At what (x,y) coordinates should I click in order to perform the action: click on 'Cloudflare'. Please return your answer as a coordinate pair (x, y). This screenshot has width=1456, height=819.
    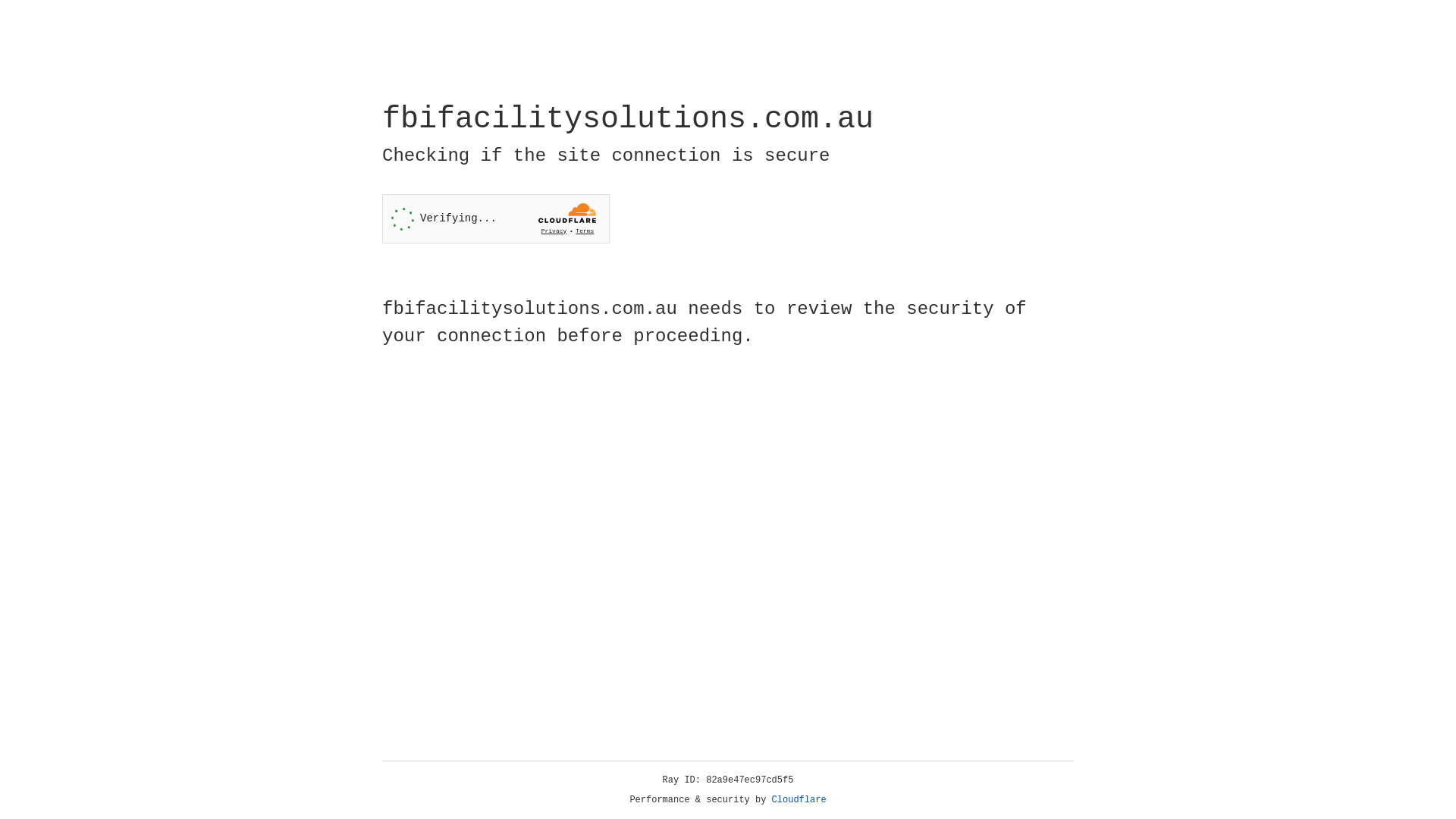
    Looking at the image, I should click on (799, 799).